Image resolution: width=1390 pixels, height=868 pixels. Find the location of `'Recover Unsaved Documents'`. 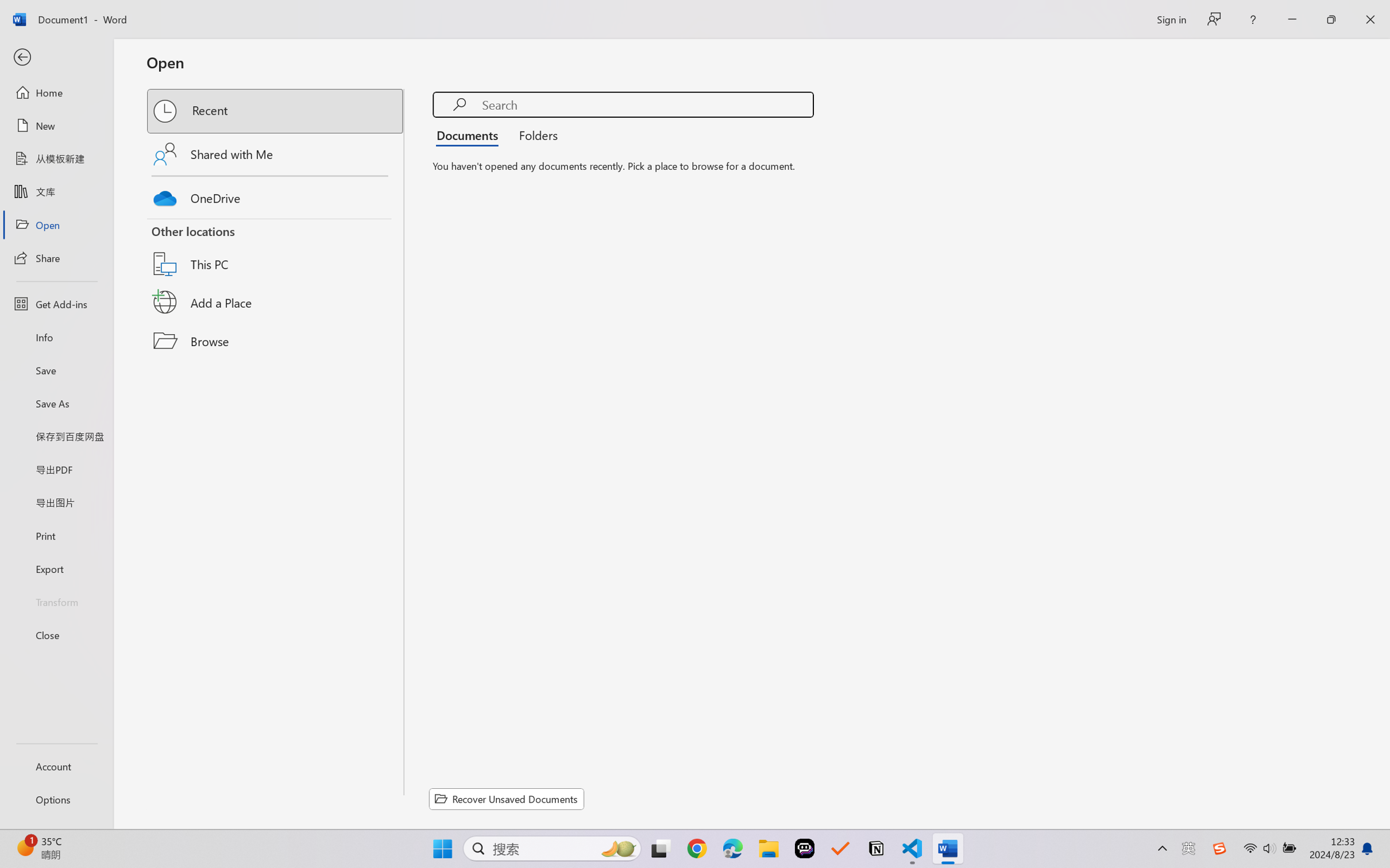

'Recover Unsaved Documents' is located at coordinates (507, 799).